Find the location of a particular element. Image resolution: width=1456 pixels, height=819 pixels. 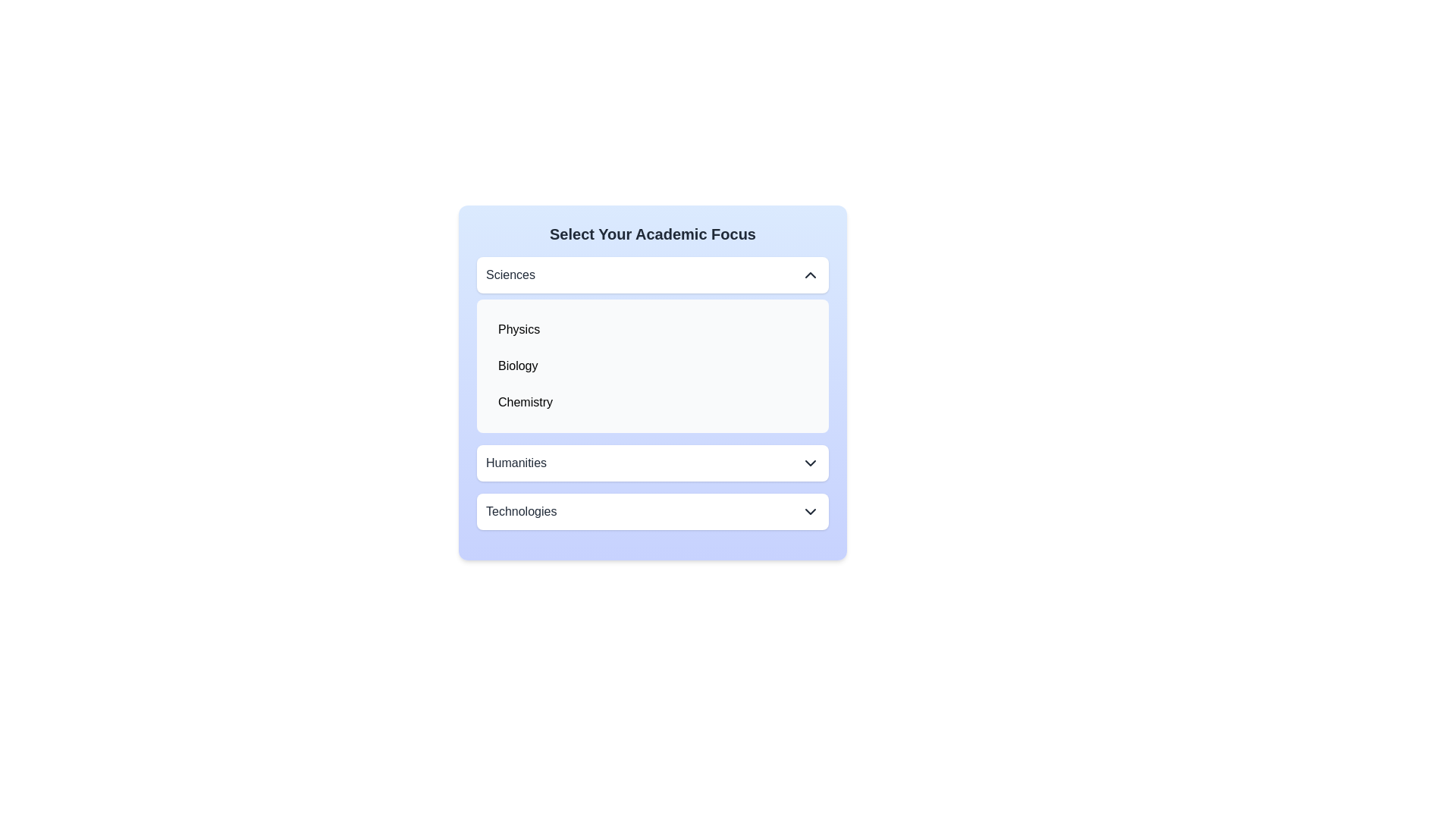

the 'Humanities' button with dropdown functionality is located at coordinates (652, 462).